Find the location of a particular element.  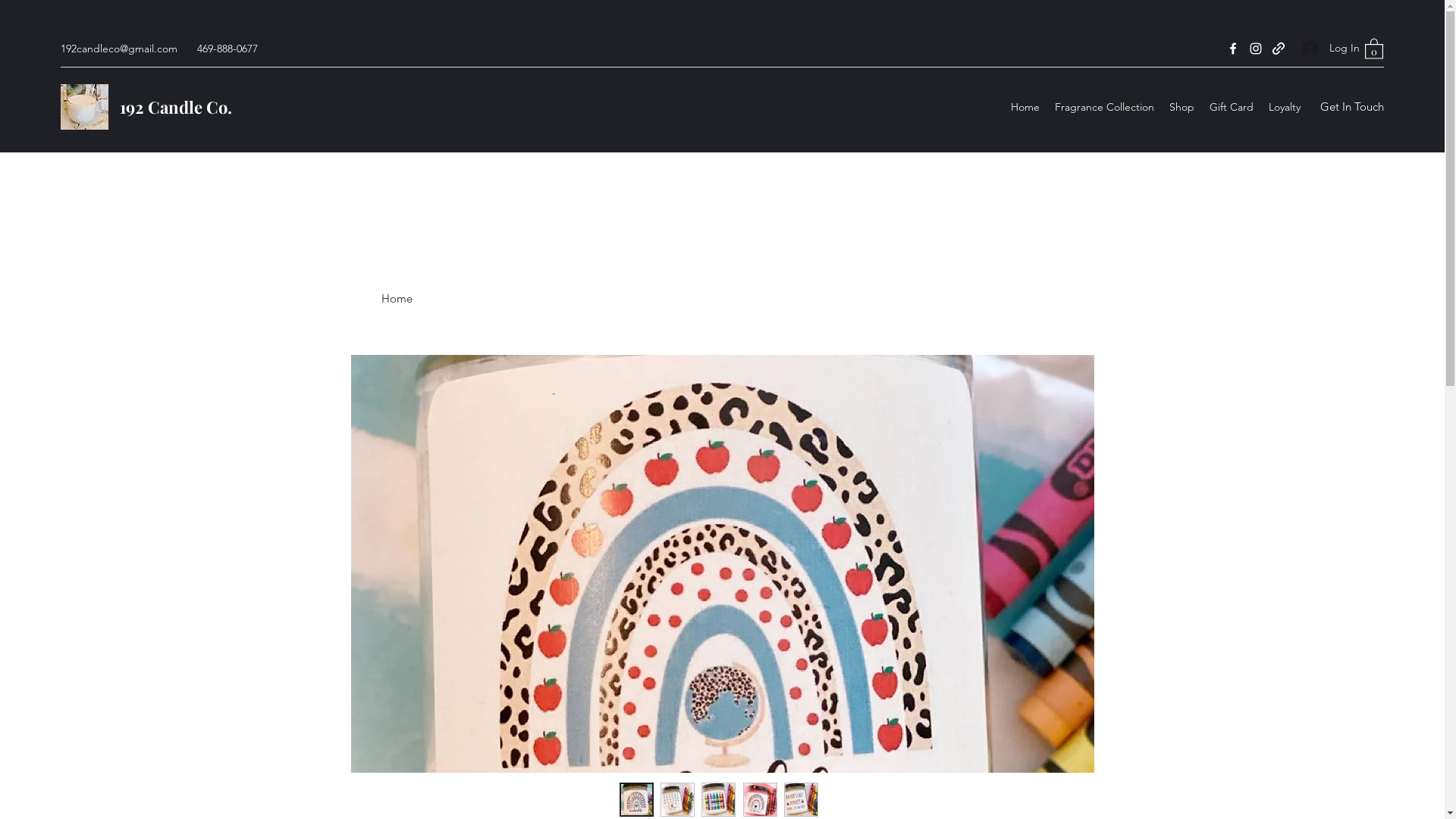

'Shop' is located at coordinates (1160, 106).